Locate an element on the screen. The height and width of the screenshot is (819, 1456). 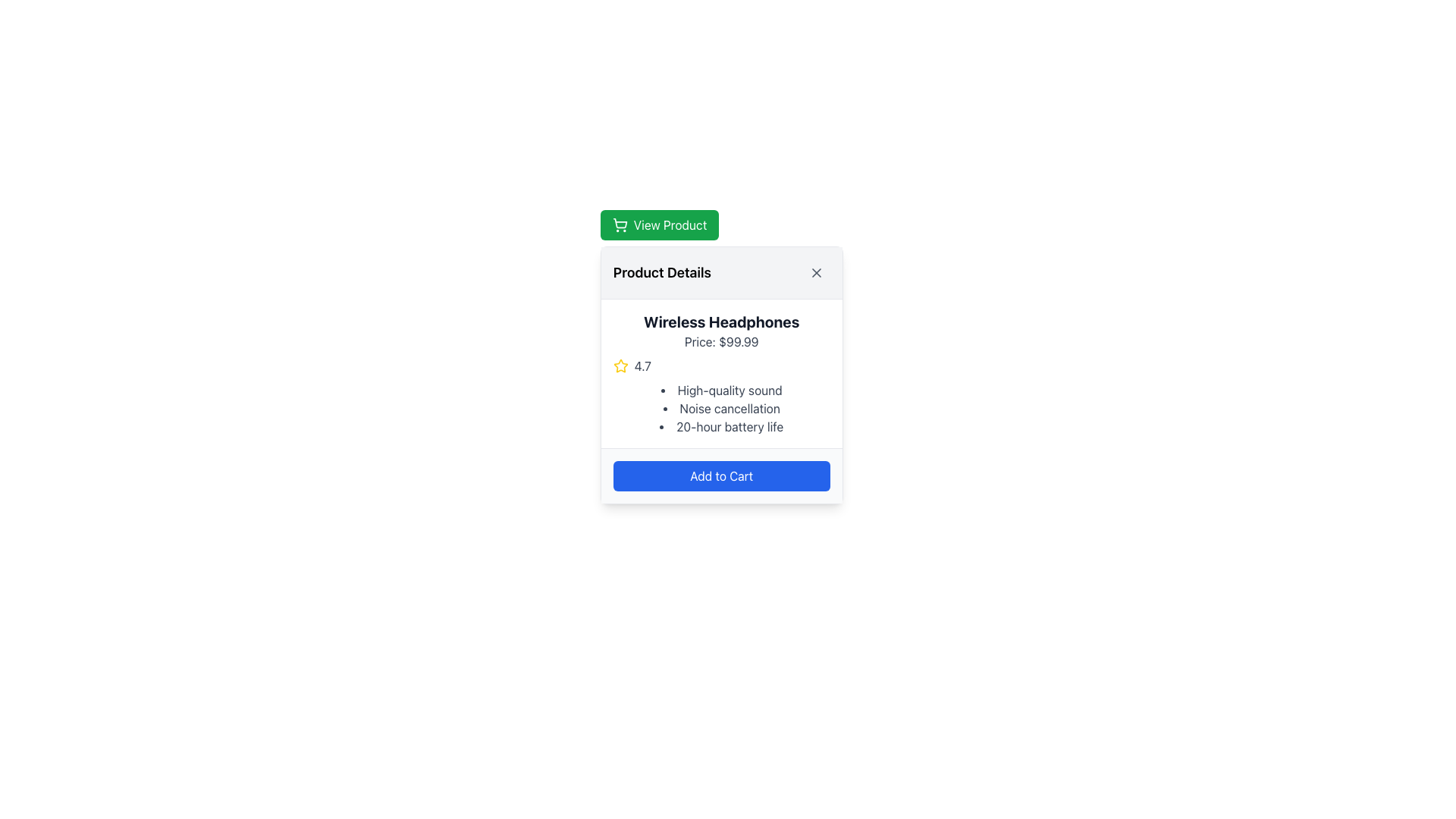
the textual list that displays the key features of the product, located in the lower portion of the product details section, between a rating of 4.7 and a large blue 'Add to Cart' button is located at coordinates (720, 408).